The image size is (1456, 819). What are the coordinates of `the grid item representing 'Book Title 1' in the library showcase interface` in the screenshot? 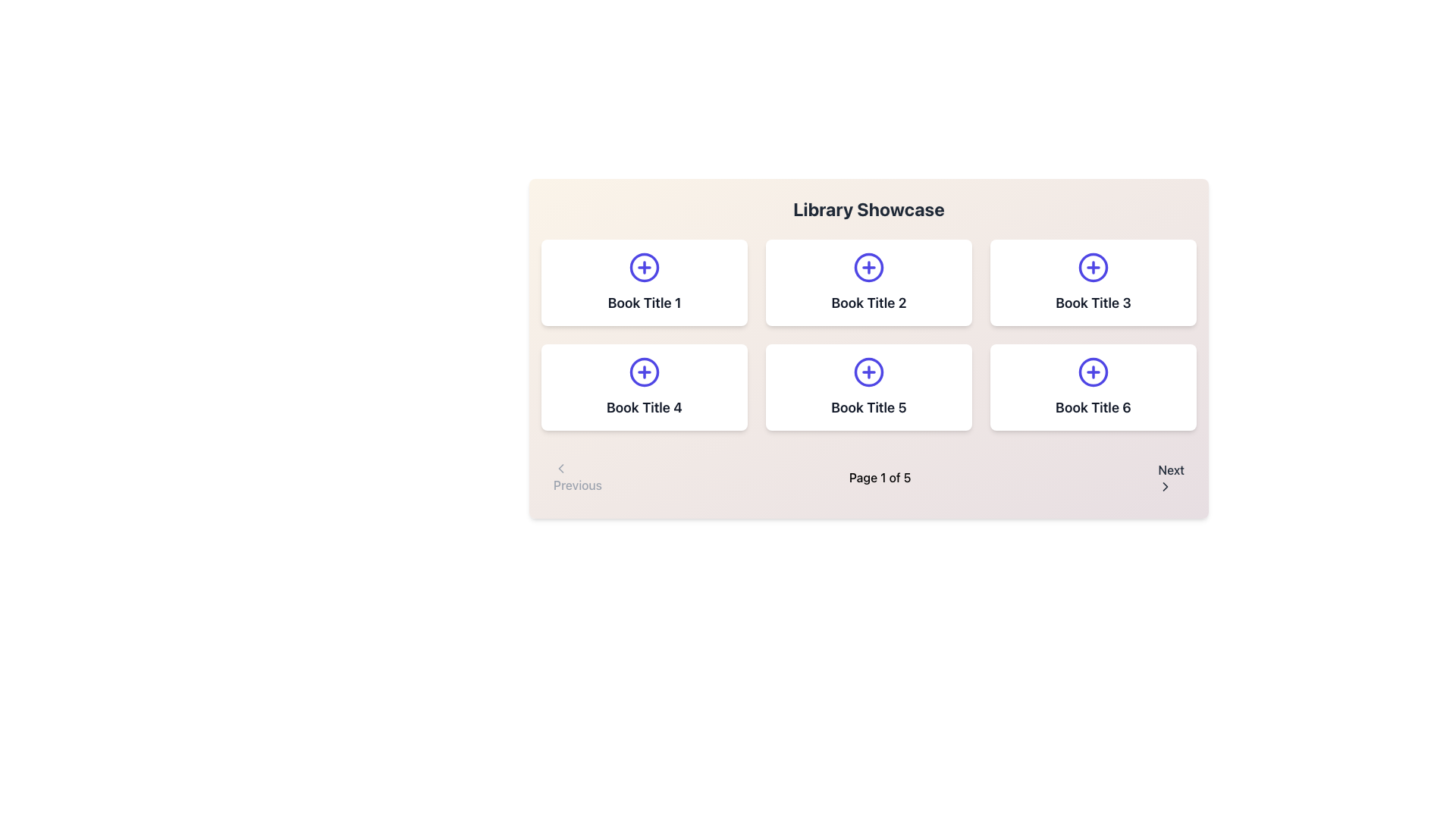 It's located at (644, 283).